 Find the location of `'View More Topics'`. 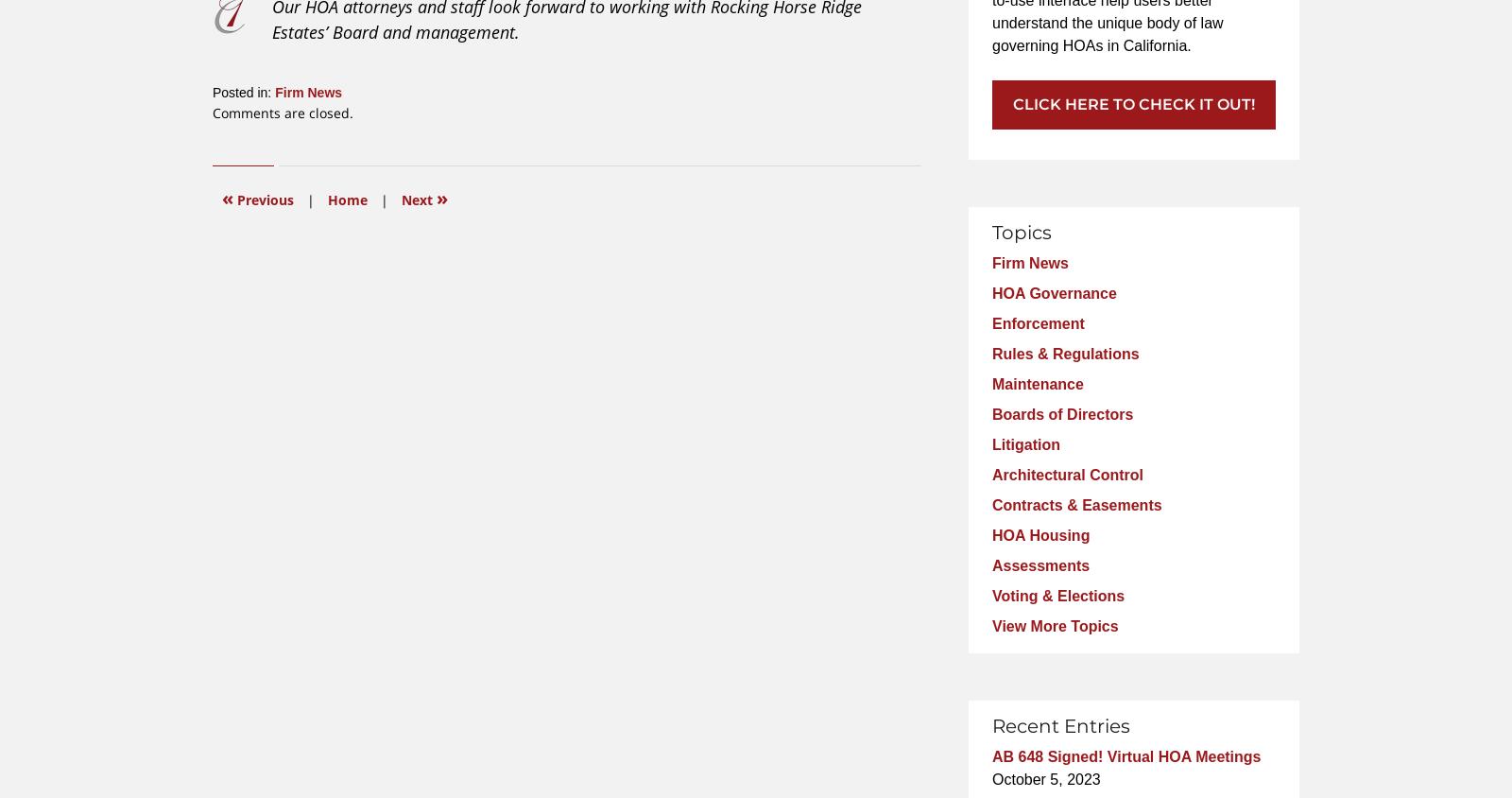

'View More Topics' is located at coordinates (1055, 624).